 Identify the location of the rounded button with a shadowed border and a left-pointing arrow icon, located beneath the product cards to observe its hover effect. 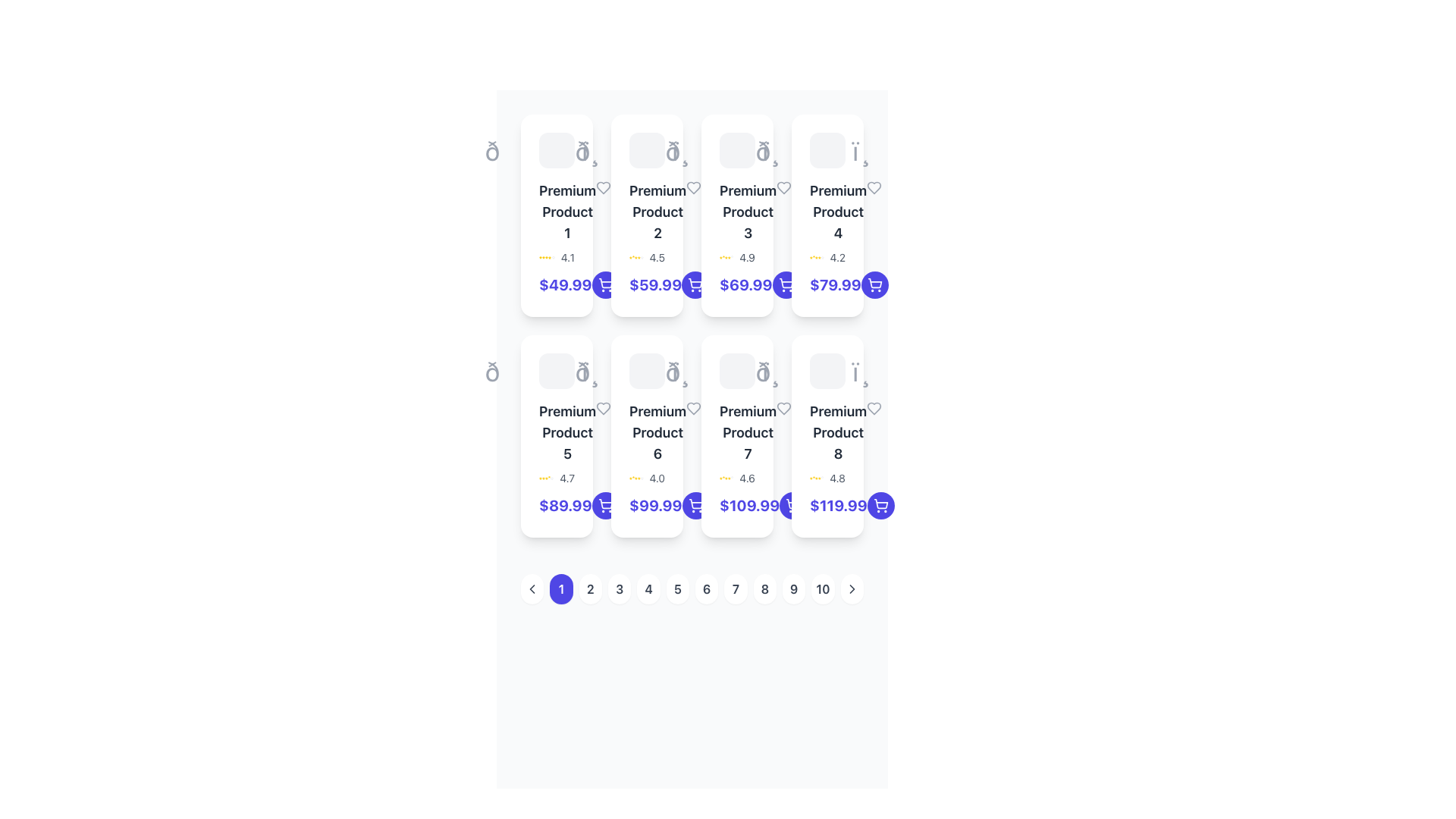
(532, 588).